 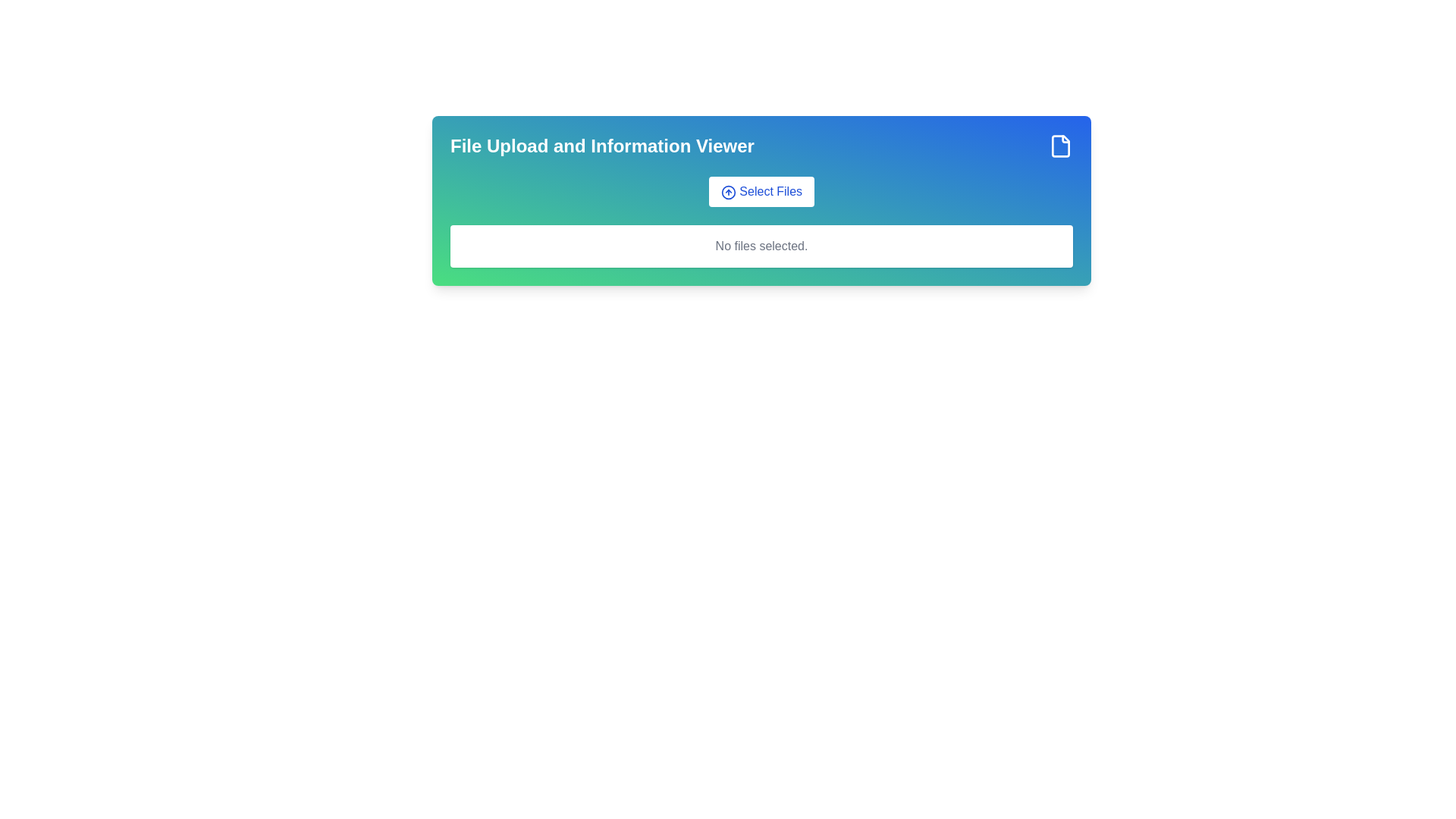 I want to click on the file-related icon located at the far right of the header bar labeled 'File Upload and Information Viewer' to invoke its related action, so click(x=1059, y=146).